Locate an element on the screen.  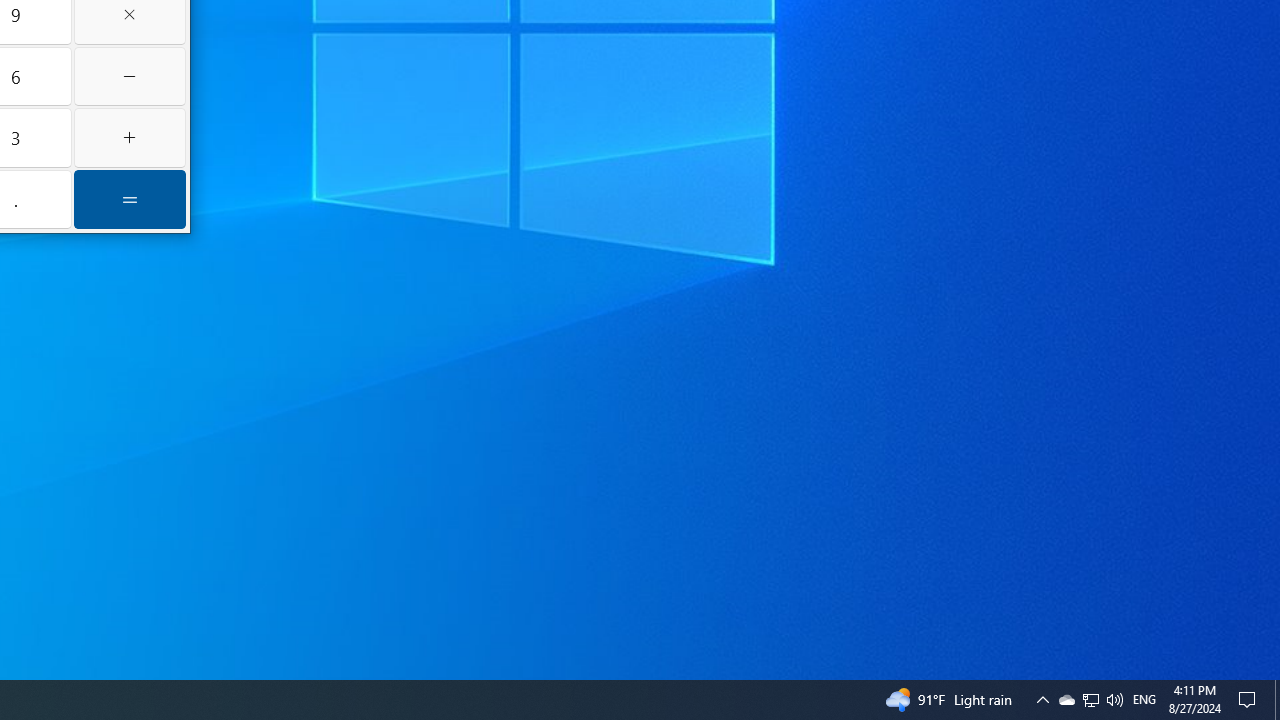
'User Promoted Notification Area' is located at coordinates (1090, 698).